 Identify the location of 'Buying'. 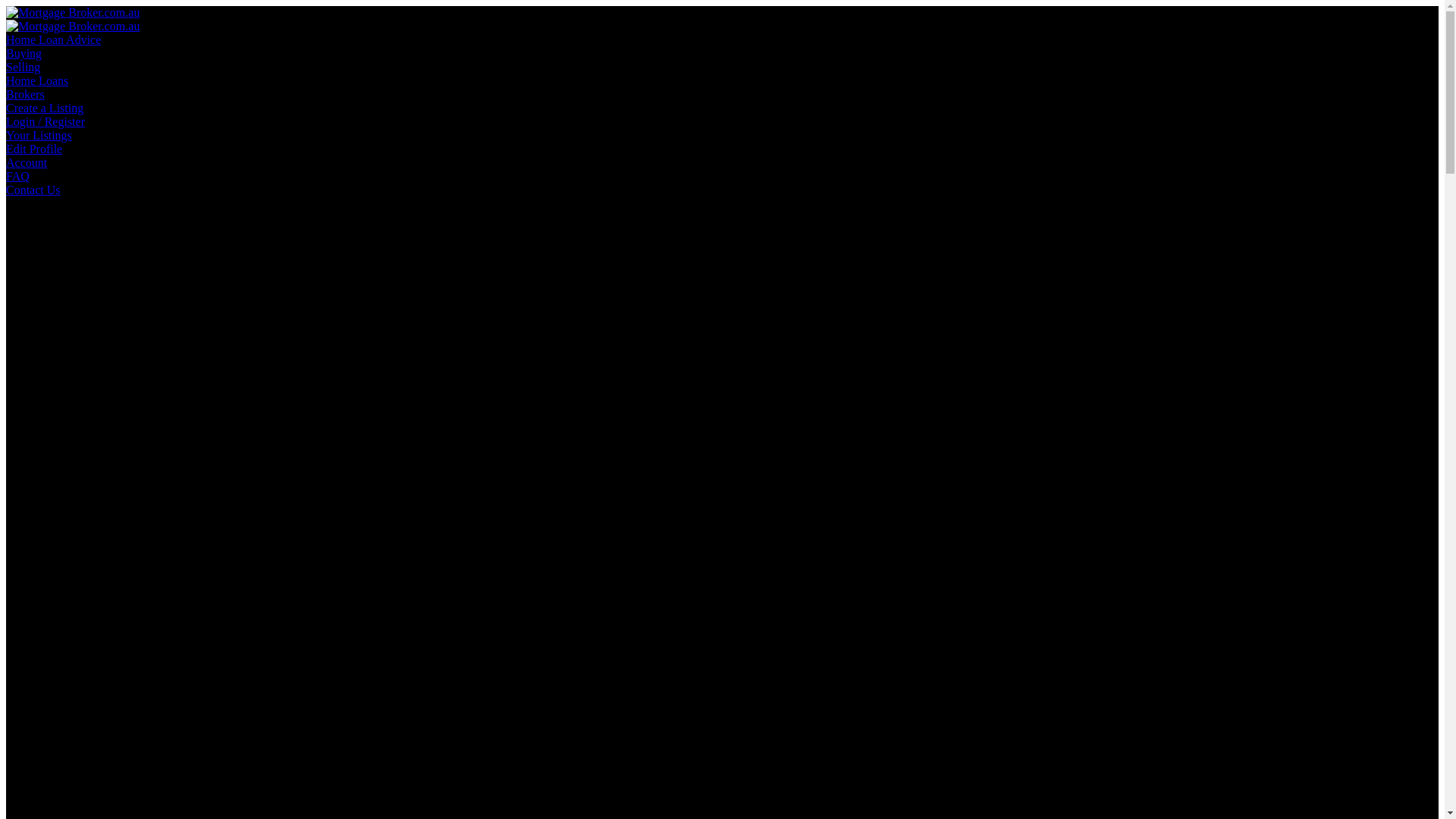
(24, 52).